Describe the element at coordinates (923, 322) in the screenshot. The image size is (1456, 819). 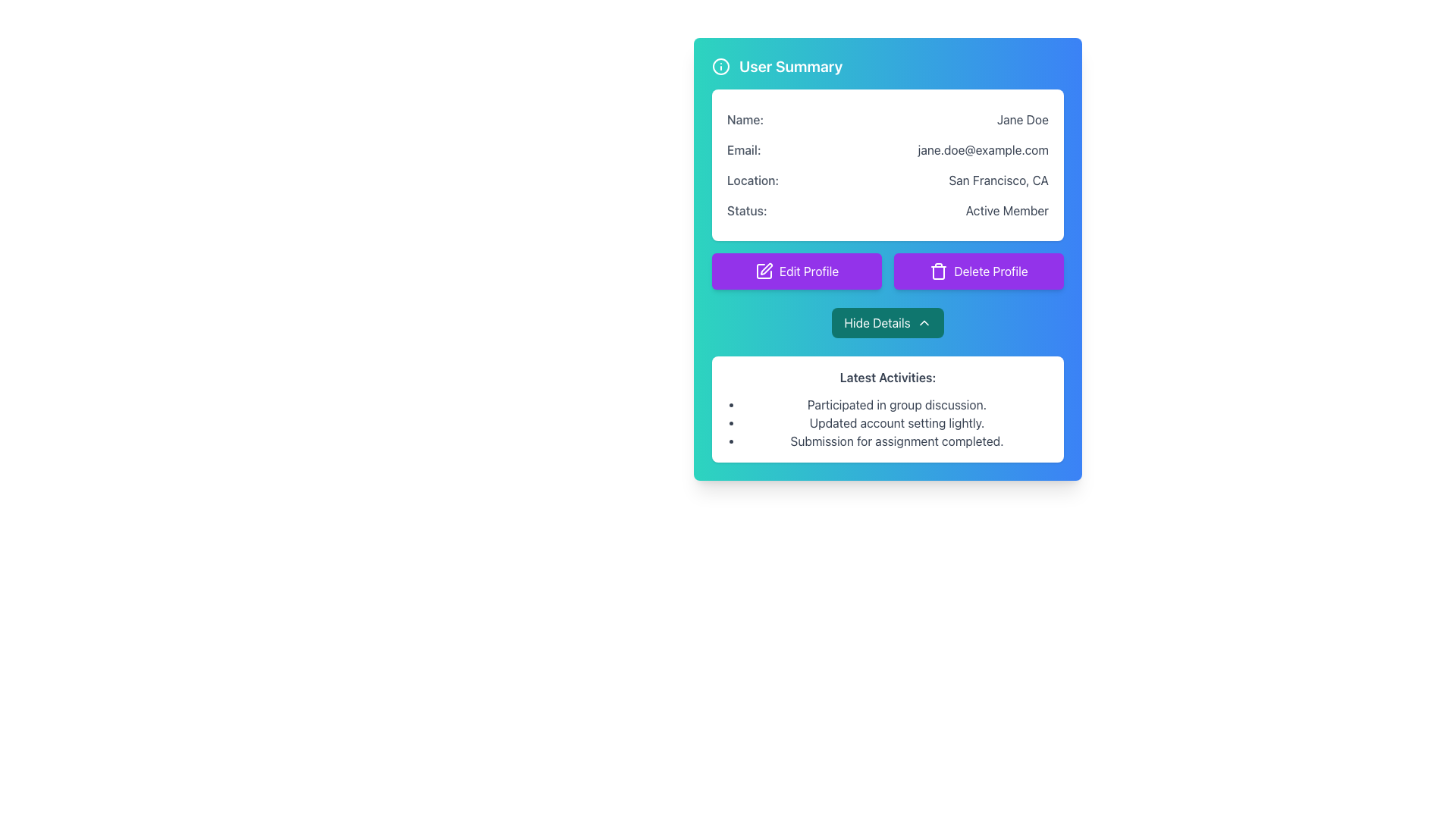
I see `the upward arrow icon inside the 'Hide Details' button, which indicates that the button is active and will collapse the details section` at that location.